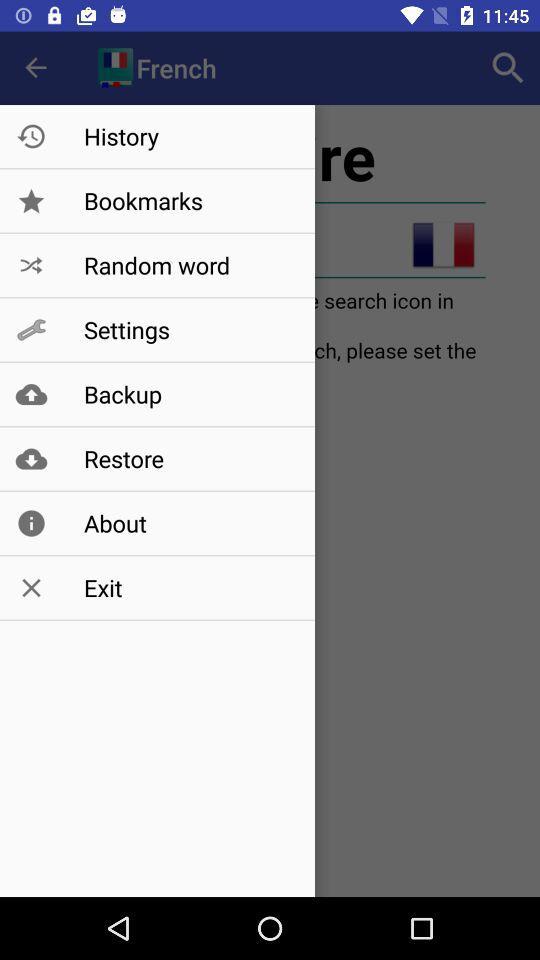 Image resolution: width=540 pixels, height=960 pixels. What do you see at coordinates (189, 264) in the screenshot?
I see `the random word` at bounding box center [189, 264].